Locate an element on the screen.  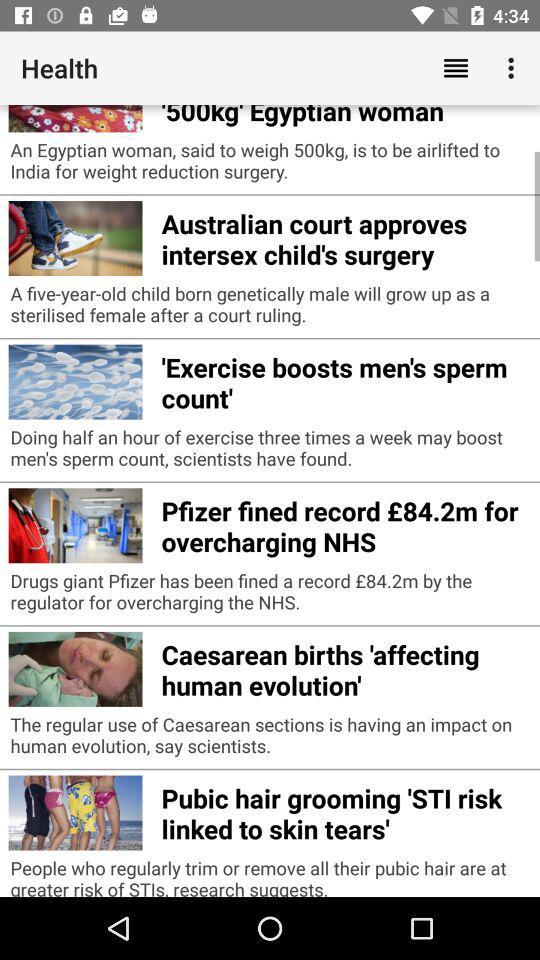
the item below drugs giant pfizer icon is located at coordinates (344, 667).